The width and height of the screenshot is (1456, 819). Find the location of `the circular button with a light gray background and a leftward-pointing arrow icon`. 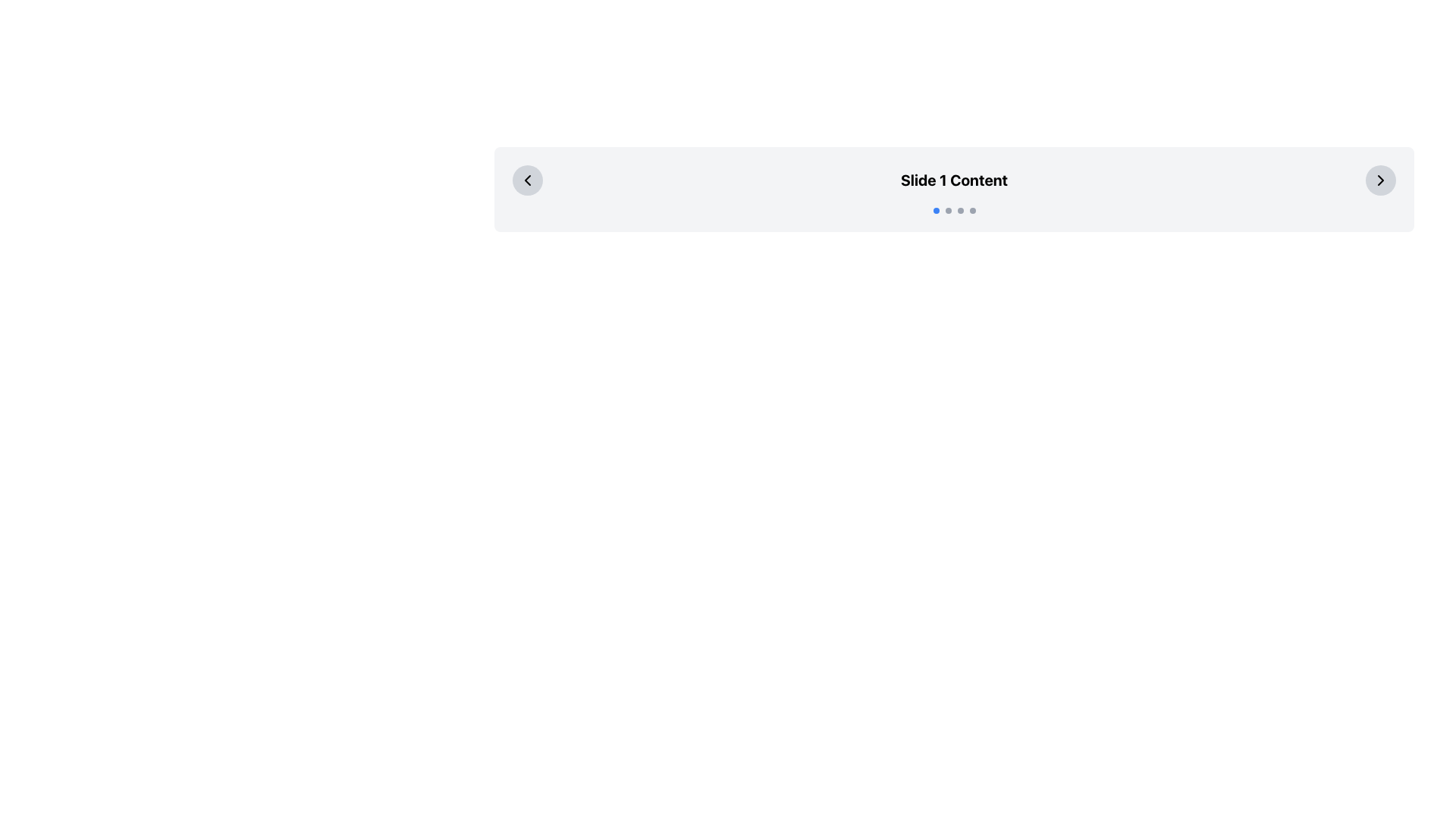

the circular button with a light gray background and a leftward-pointing arrow icon is located at coordinates (528, 180).